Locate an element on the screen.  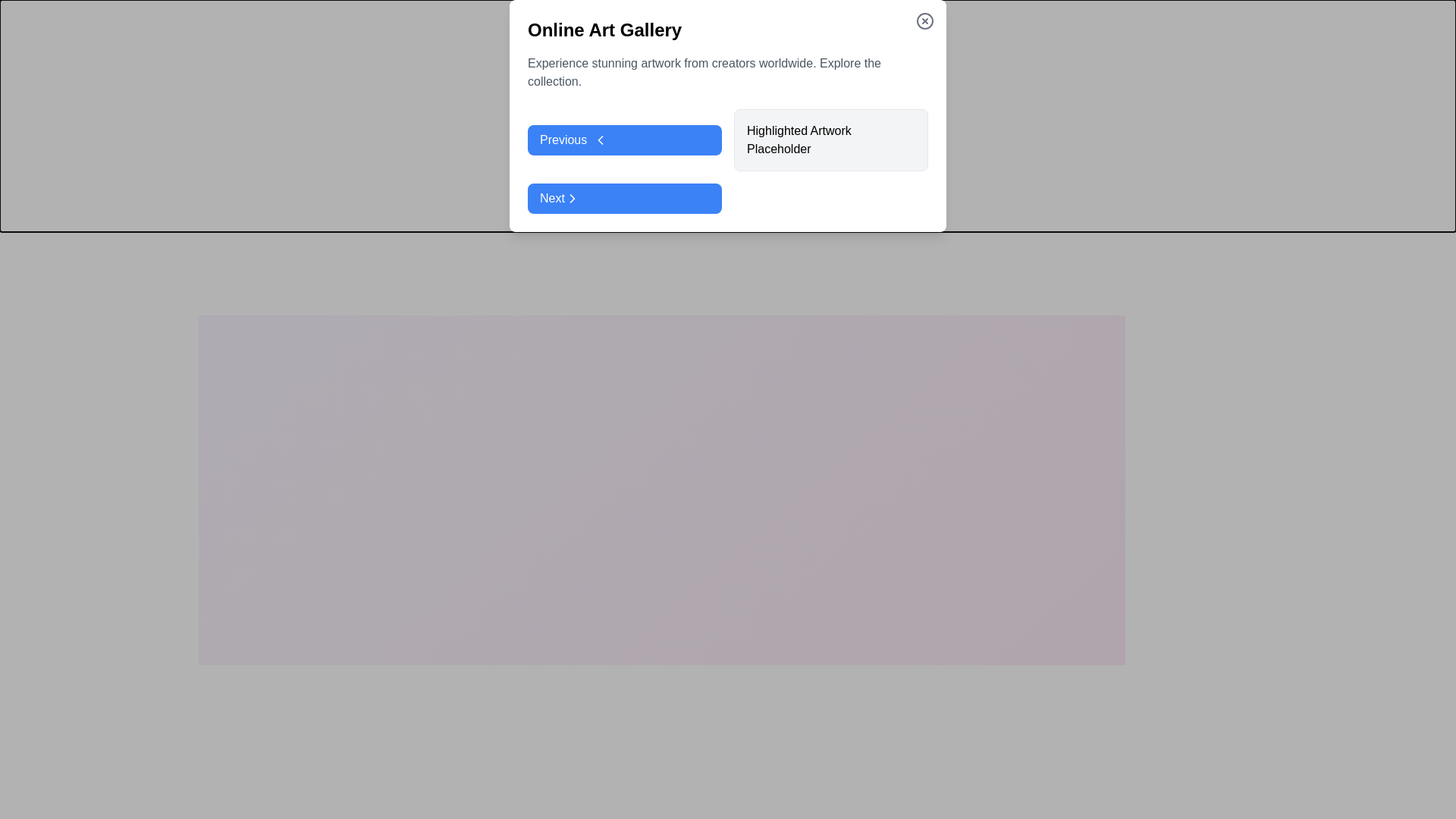
the 'Highlighted Artwork Placeholder' area is located at coordinates (662, 480).